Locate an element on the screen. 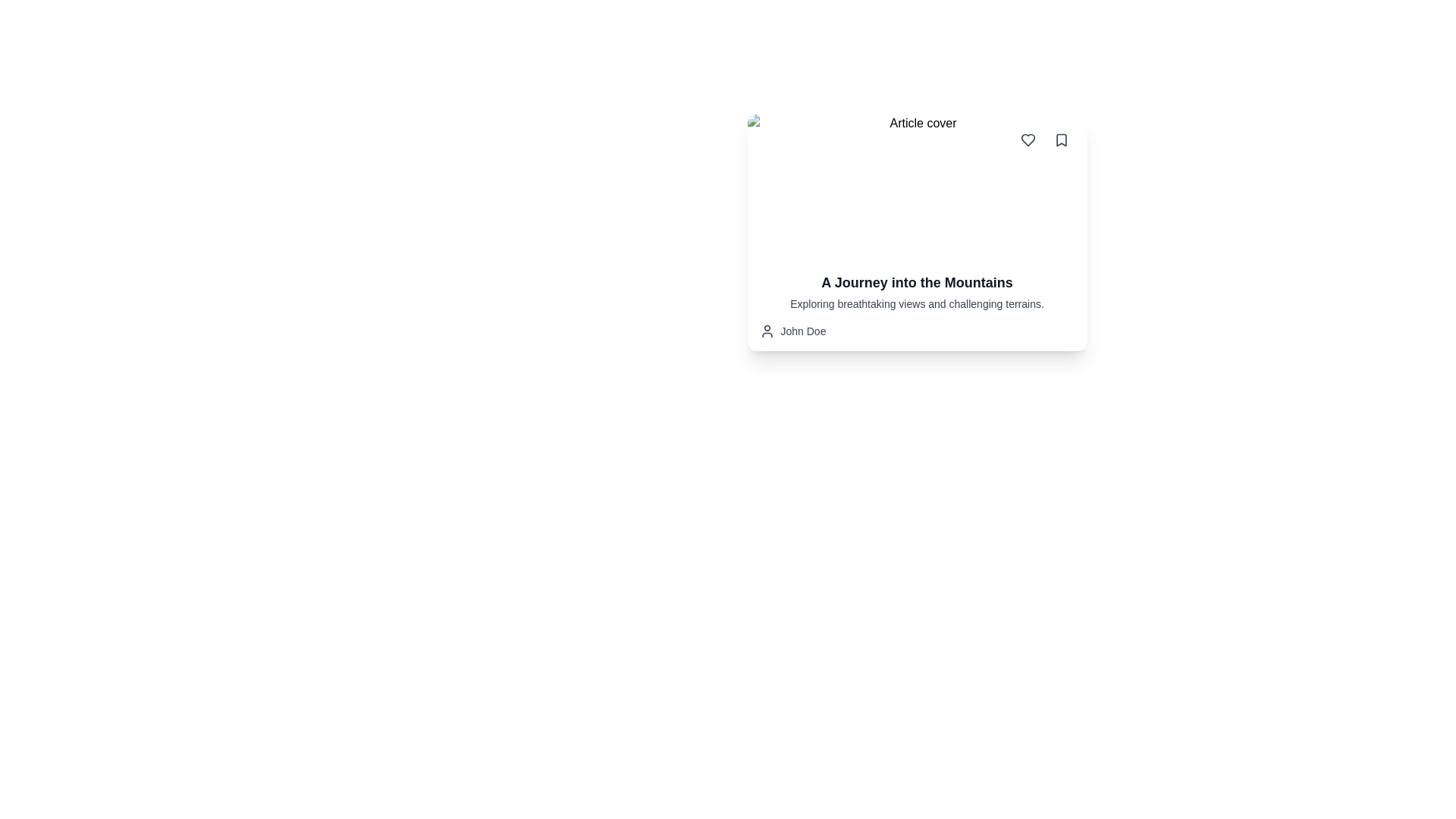 The height and width of the screenshot is (819, 1456). the bold, large headline text element that is centrally aligned above a subtitle in the content section is located at coordinates (916, 283).